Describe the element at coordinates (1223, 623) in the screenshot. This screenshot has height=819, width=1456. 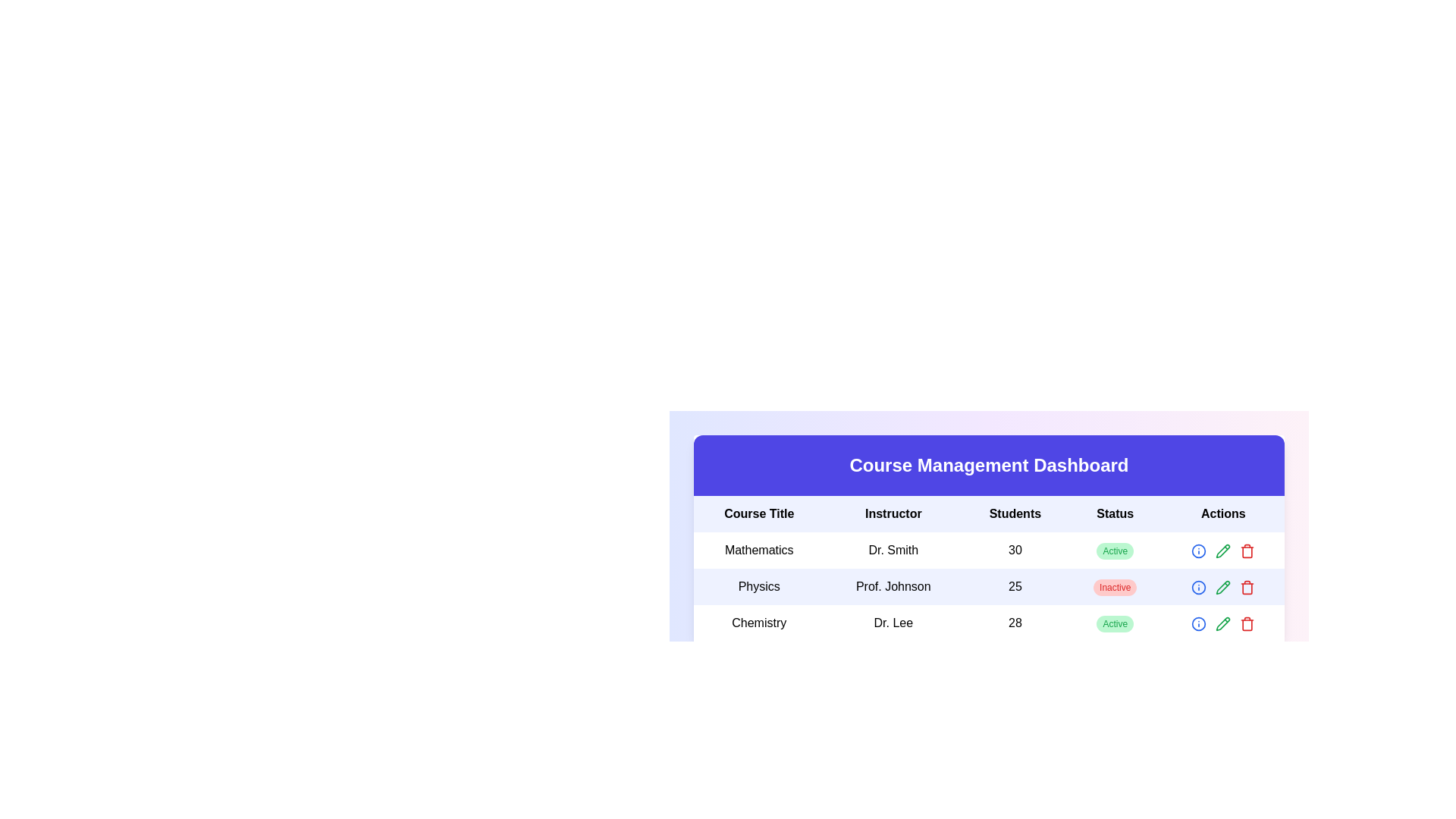
I see `the 'Edit' pencil icon button in the 'Actions' column of the 'Chemistry' row in the table to initiate editing the row` at that location.